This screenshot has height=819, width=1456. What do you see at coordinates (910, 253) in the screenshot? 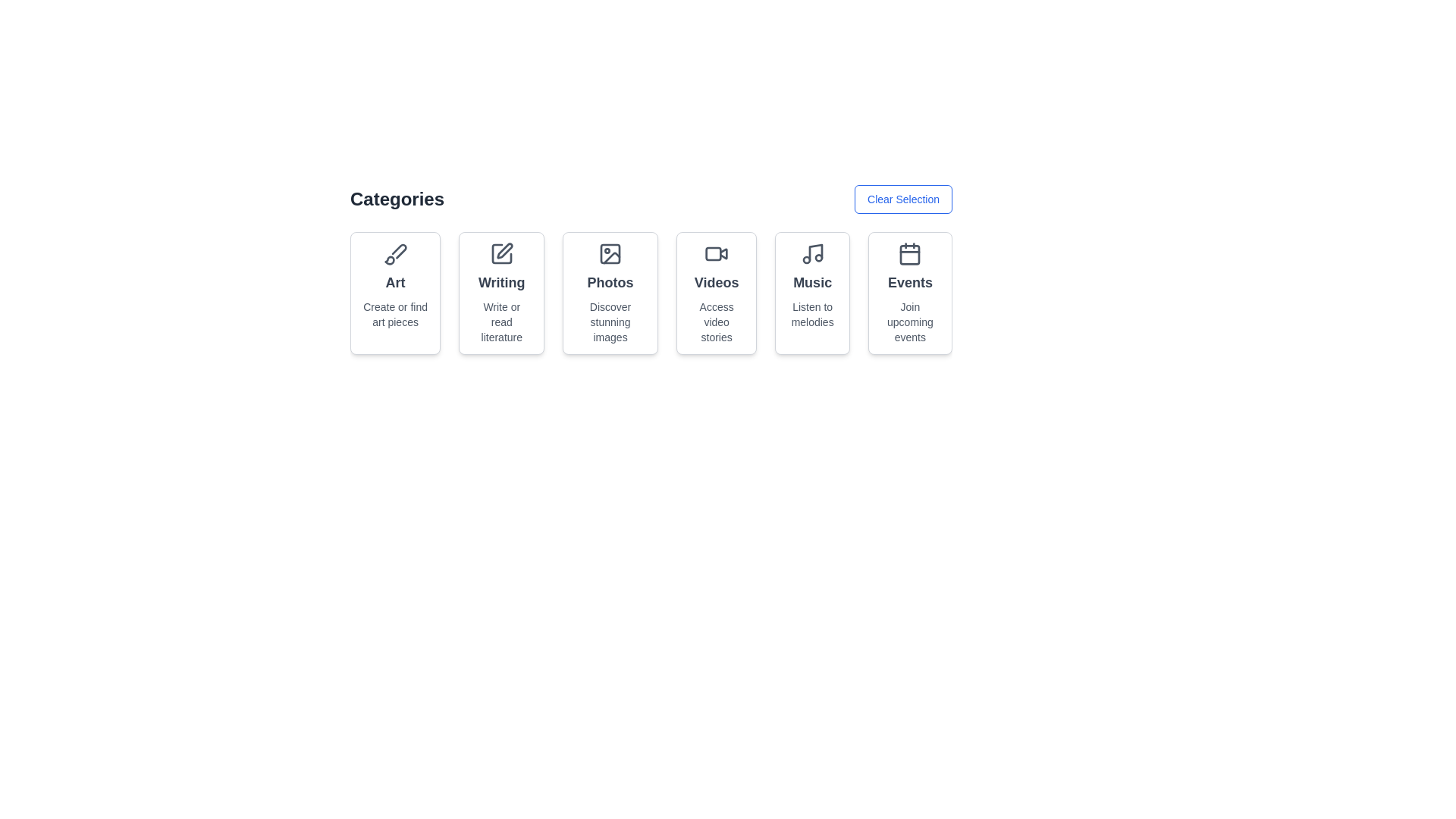
I see `the calendar icon located at the top of the 'Events' section, which serves as a visual cue for event-related categories` at bounding box center [910, 253].